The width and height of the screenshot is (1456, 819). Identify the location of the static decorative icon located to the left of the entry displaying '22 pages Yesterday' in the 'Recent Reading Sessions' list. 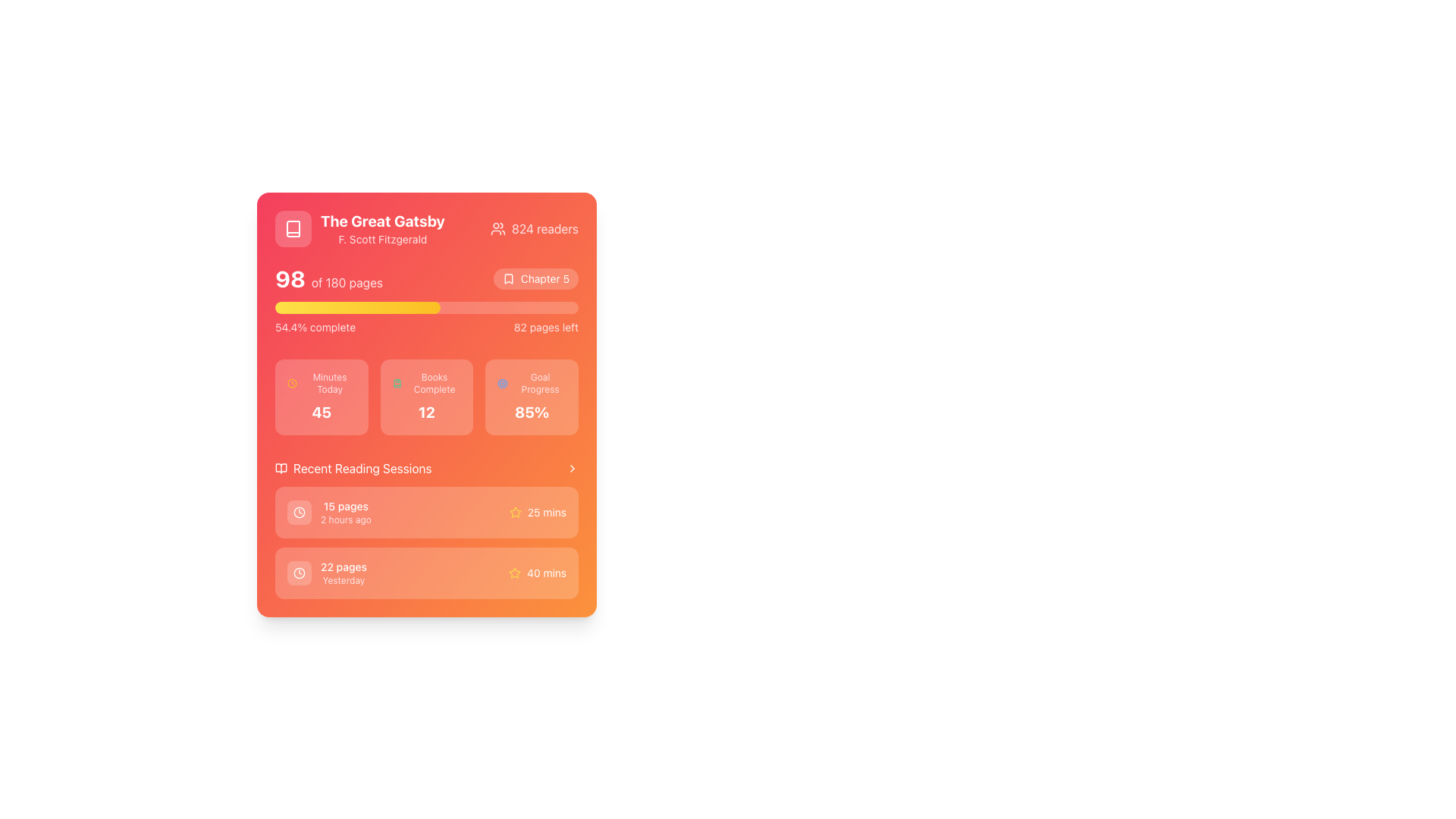
(299, 573).